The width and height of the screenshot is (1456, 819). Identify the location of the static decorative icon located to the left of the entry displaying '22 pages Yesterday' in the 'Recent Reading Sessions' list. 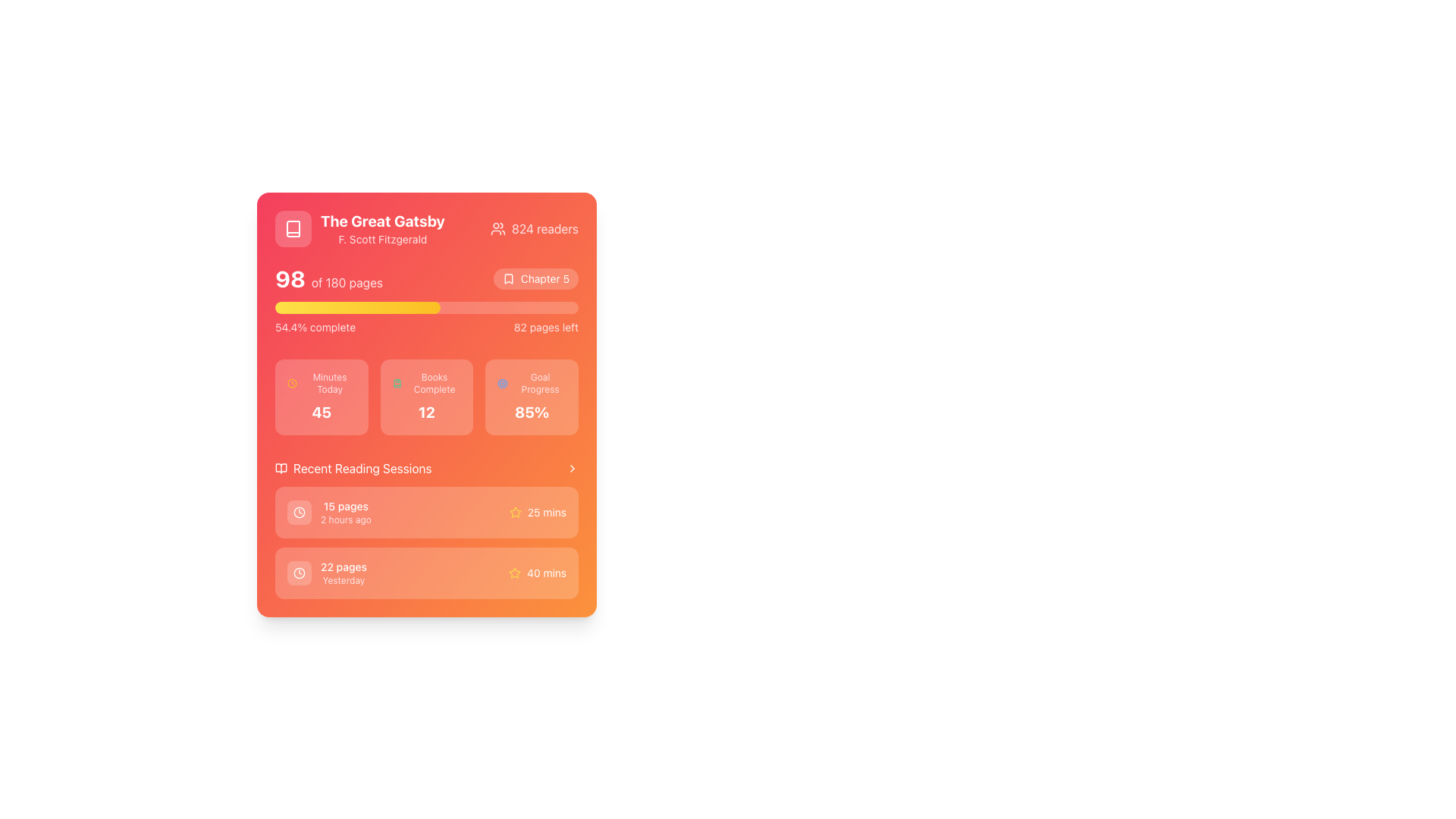
(299, 573).